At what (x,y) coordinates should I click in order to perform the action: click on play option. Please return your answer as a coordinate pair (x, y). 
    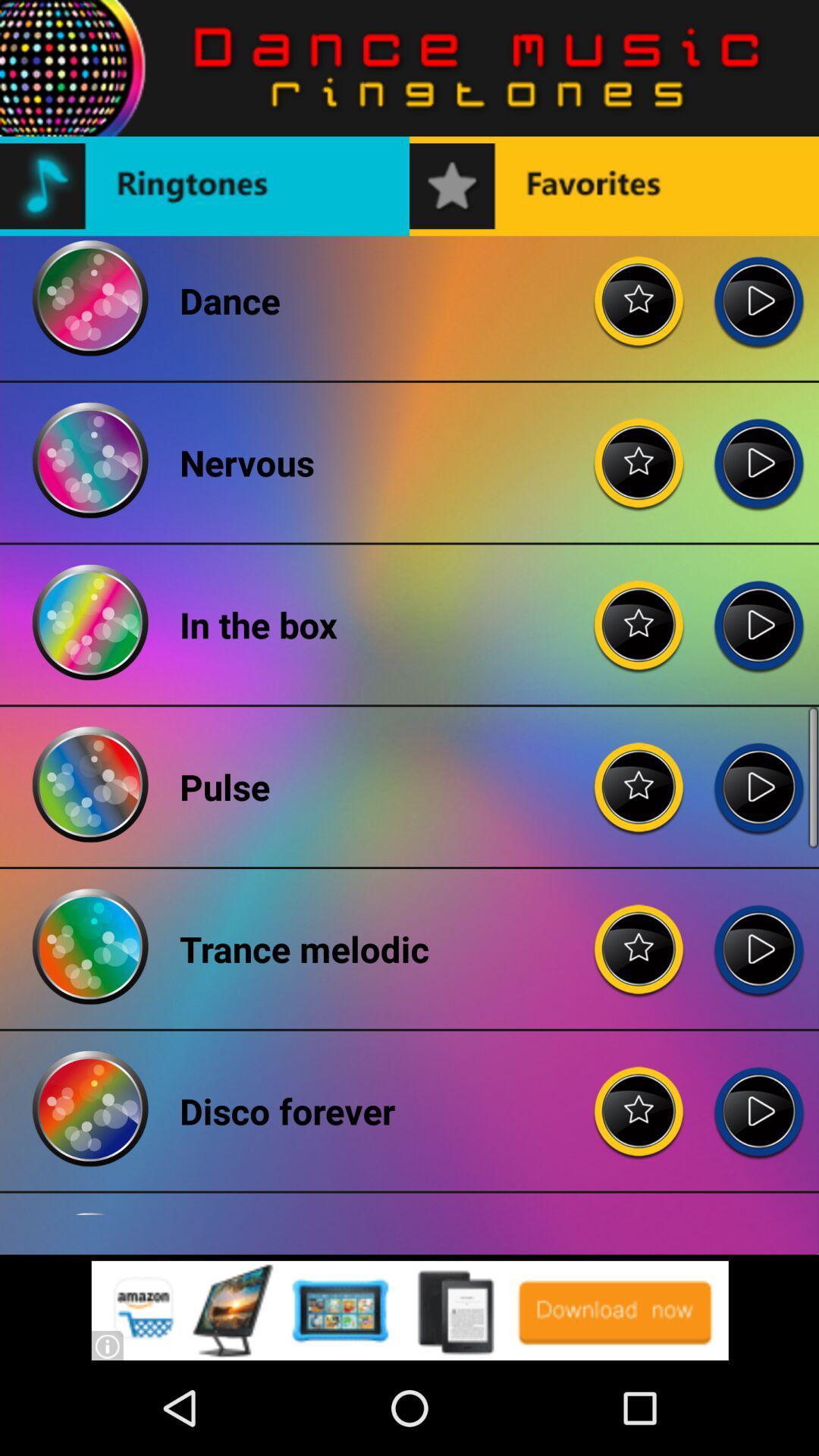
    Looking at the image, I should click on (758, 450).